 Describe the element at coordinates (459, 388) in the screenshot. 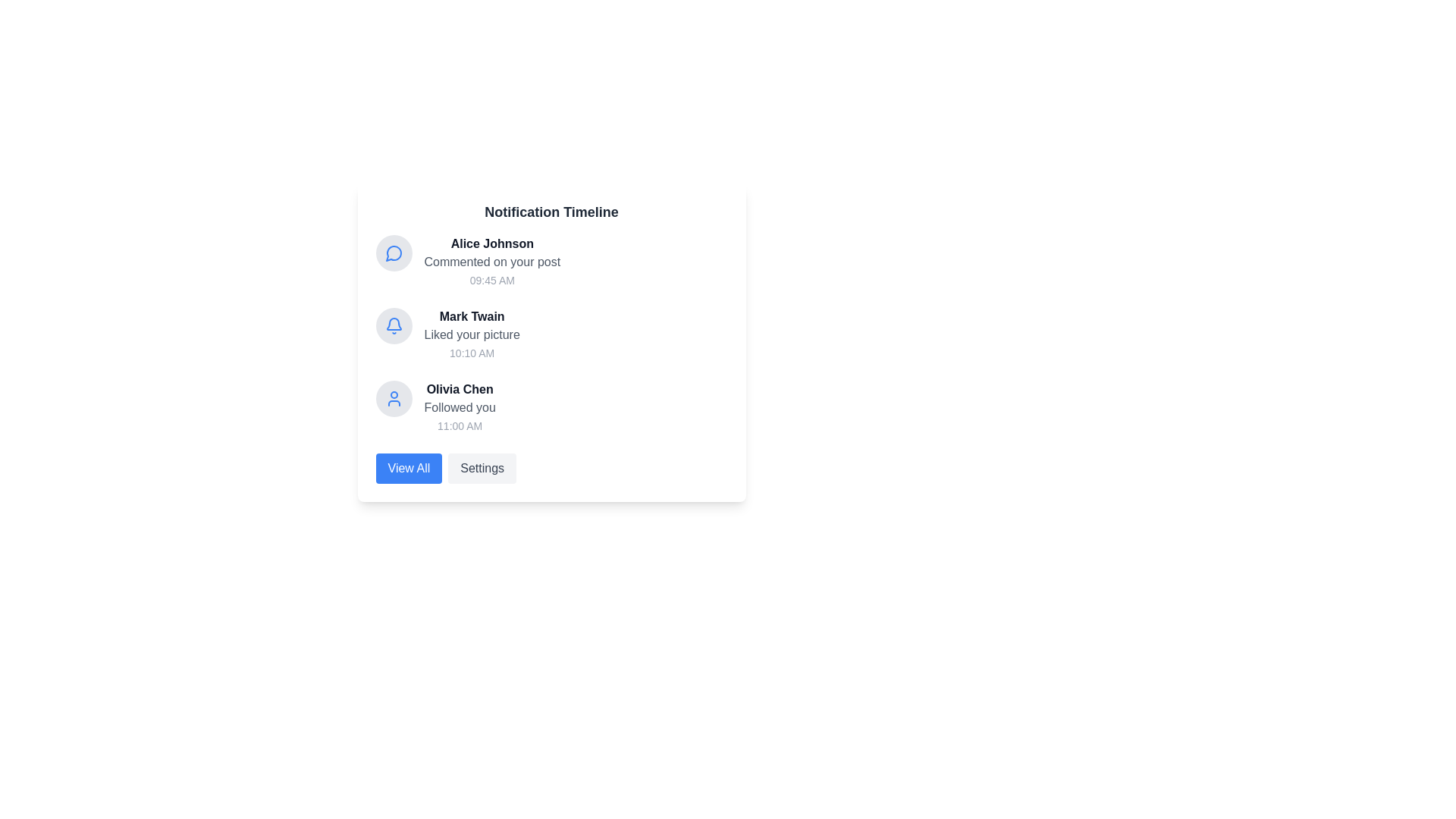

I see `the static text 'Olivia Chen' in the notification timeline` at that location.